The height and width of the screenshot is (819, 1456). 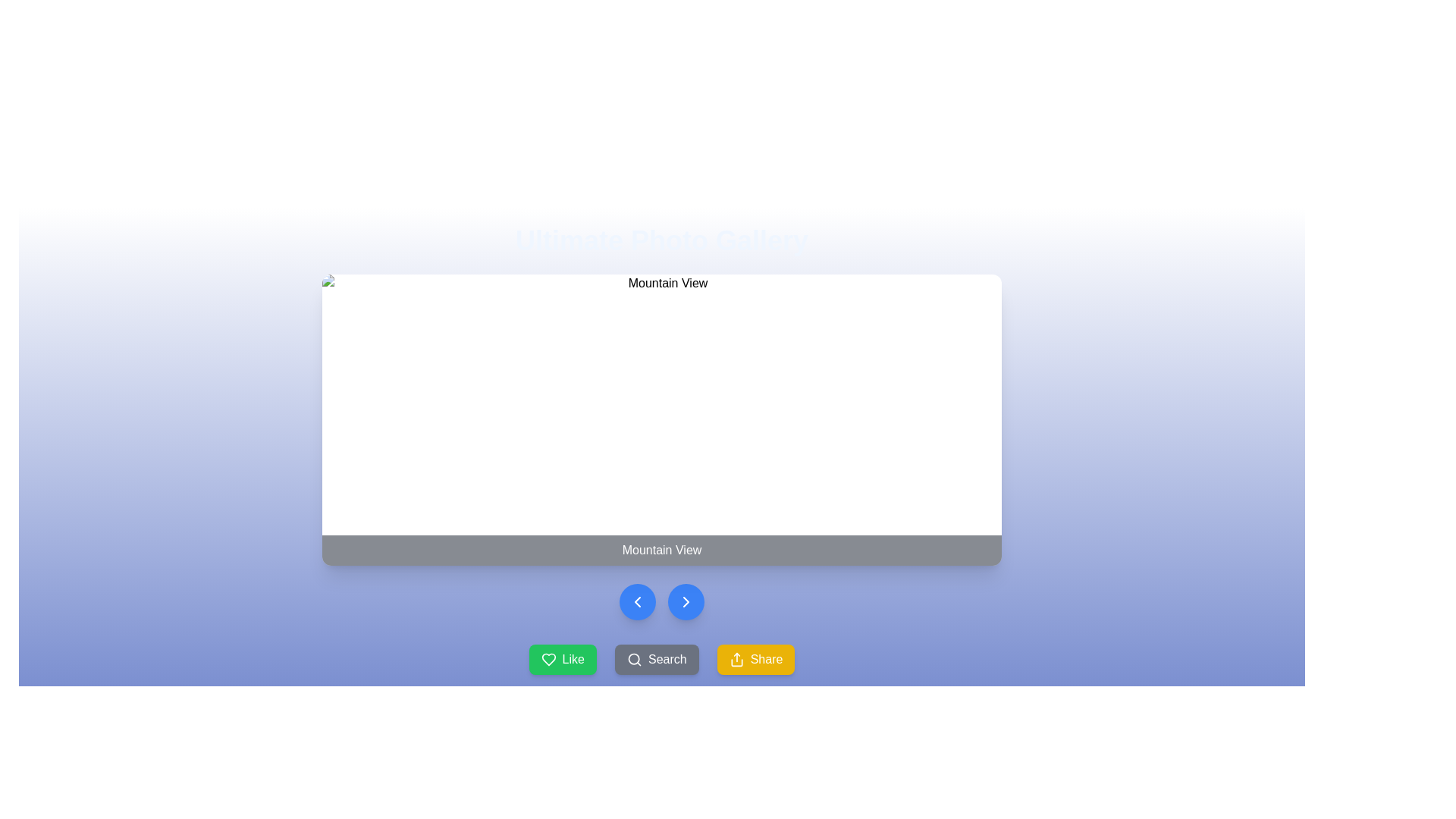 I want to click on the 'Share' button text label, which is the third button in a row of three buttons positioned at the lower right section of the interface, so click(x=767, y=659).